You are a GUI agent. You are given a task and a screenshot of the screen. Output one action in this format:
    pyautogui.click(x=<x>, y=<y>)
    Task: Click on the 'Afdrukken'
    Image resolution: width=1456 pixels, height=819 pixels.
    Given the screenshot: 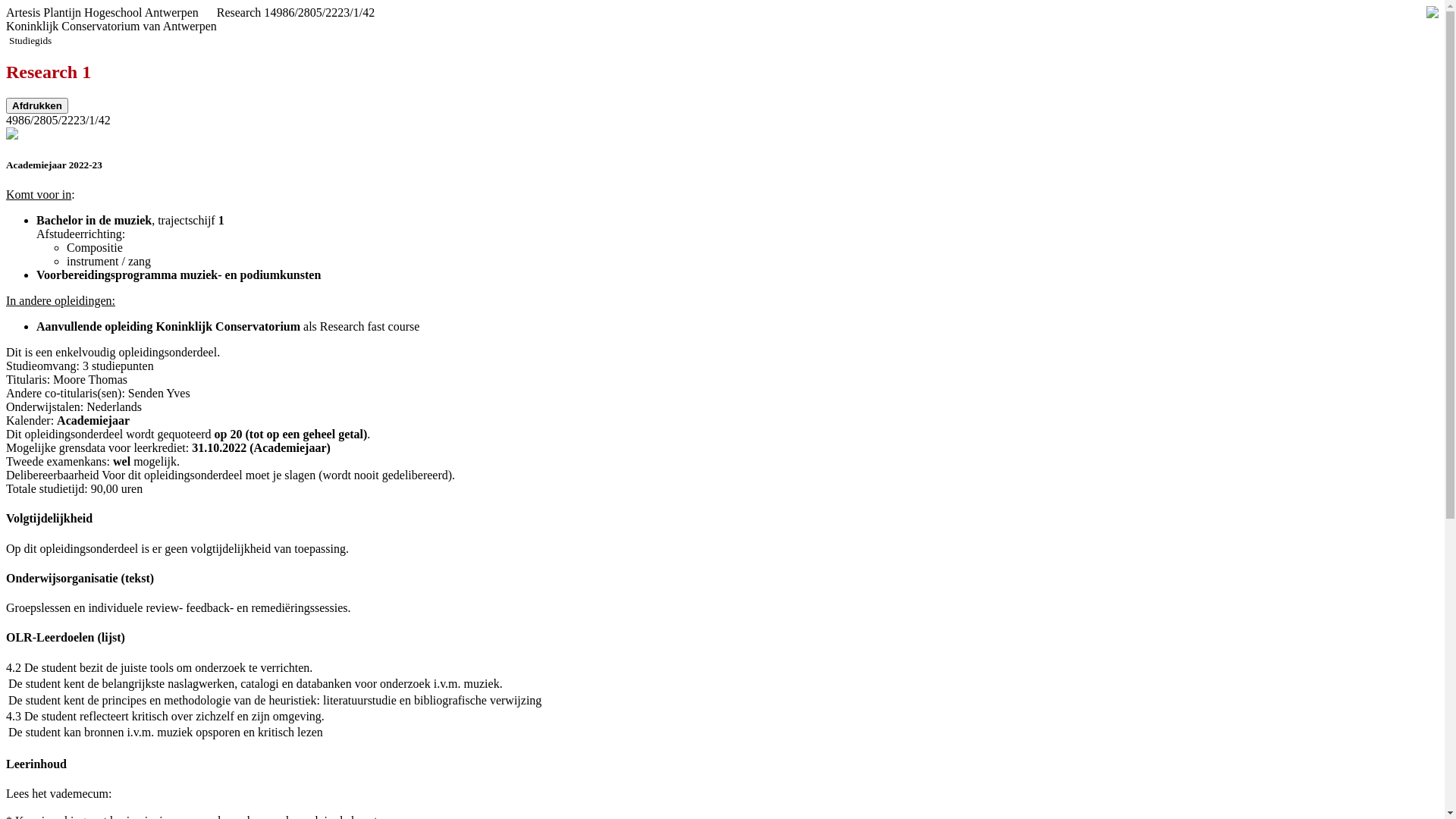 What is the action you would take?
    pyautogui.click(x=36, y=105)
    